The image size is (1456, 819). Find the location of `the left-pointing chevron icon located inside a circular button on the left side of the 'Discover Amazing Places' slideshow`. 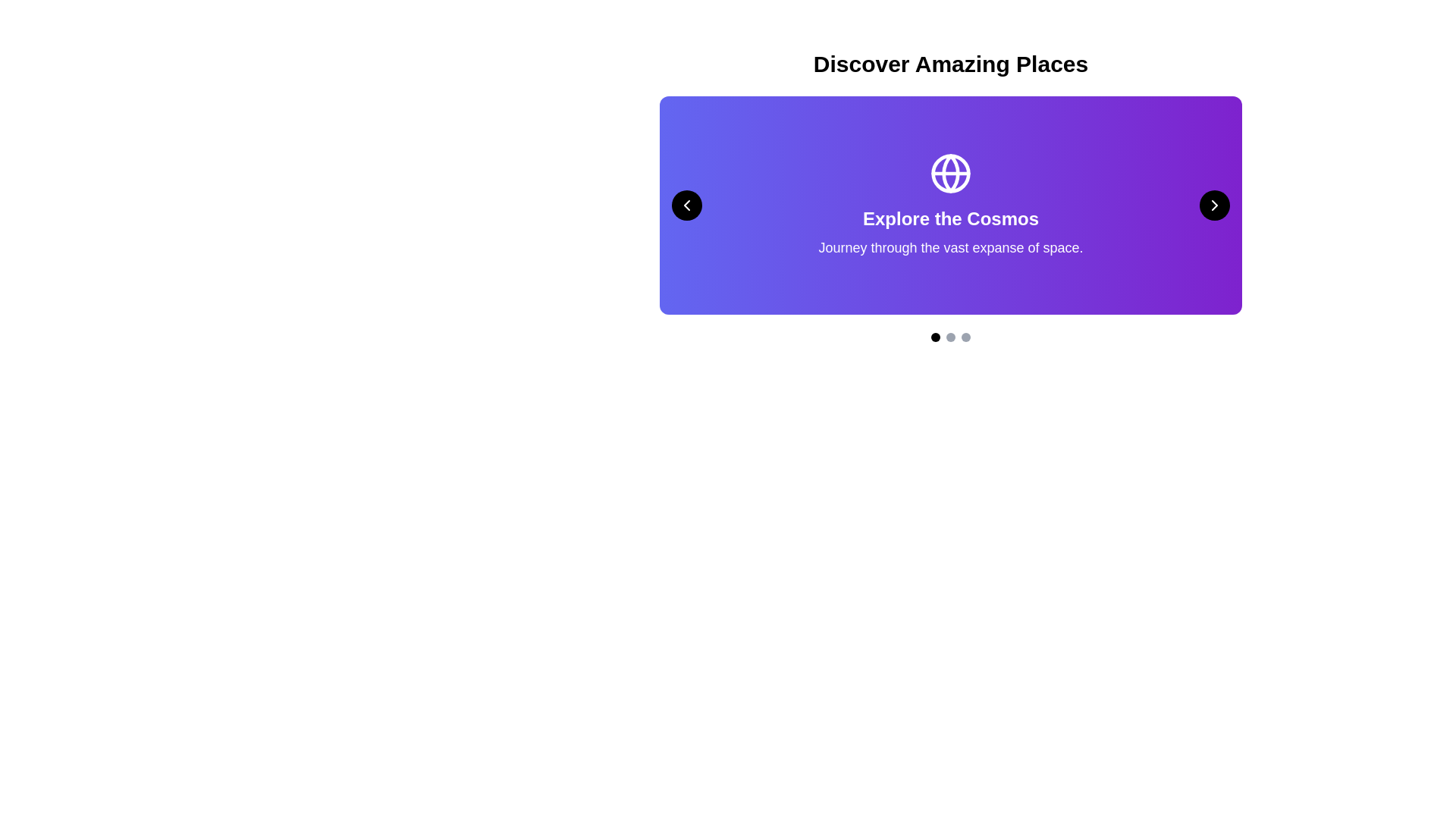

the left-pointing chevron icon located inside a circular button on the left side of the 'Discover Amazing Places' slideshow is located at coordinates (686, 205).